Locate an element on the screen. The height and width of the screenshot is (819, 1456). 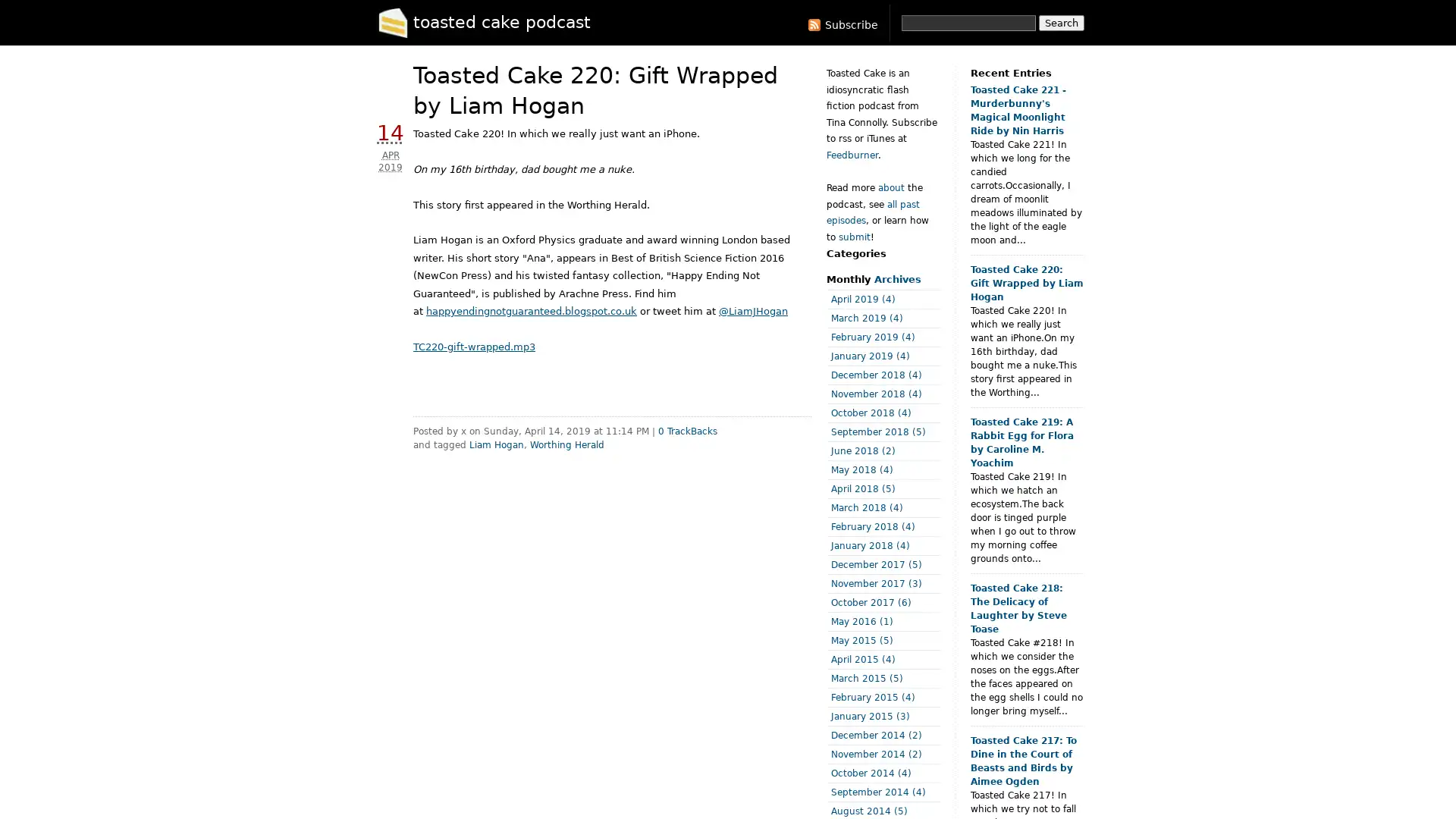
Search is located at coordinates (1061, 23).